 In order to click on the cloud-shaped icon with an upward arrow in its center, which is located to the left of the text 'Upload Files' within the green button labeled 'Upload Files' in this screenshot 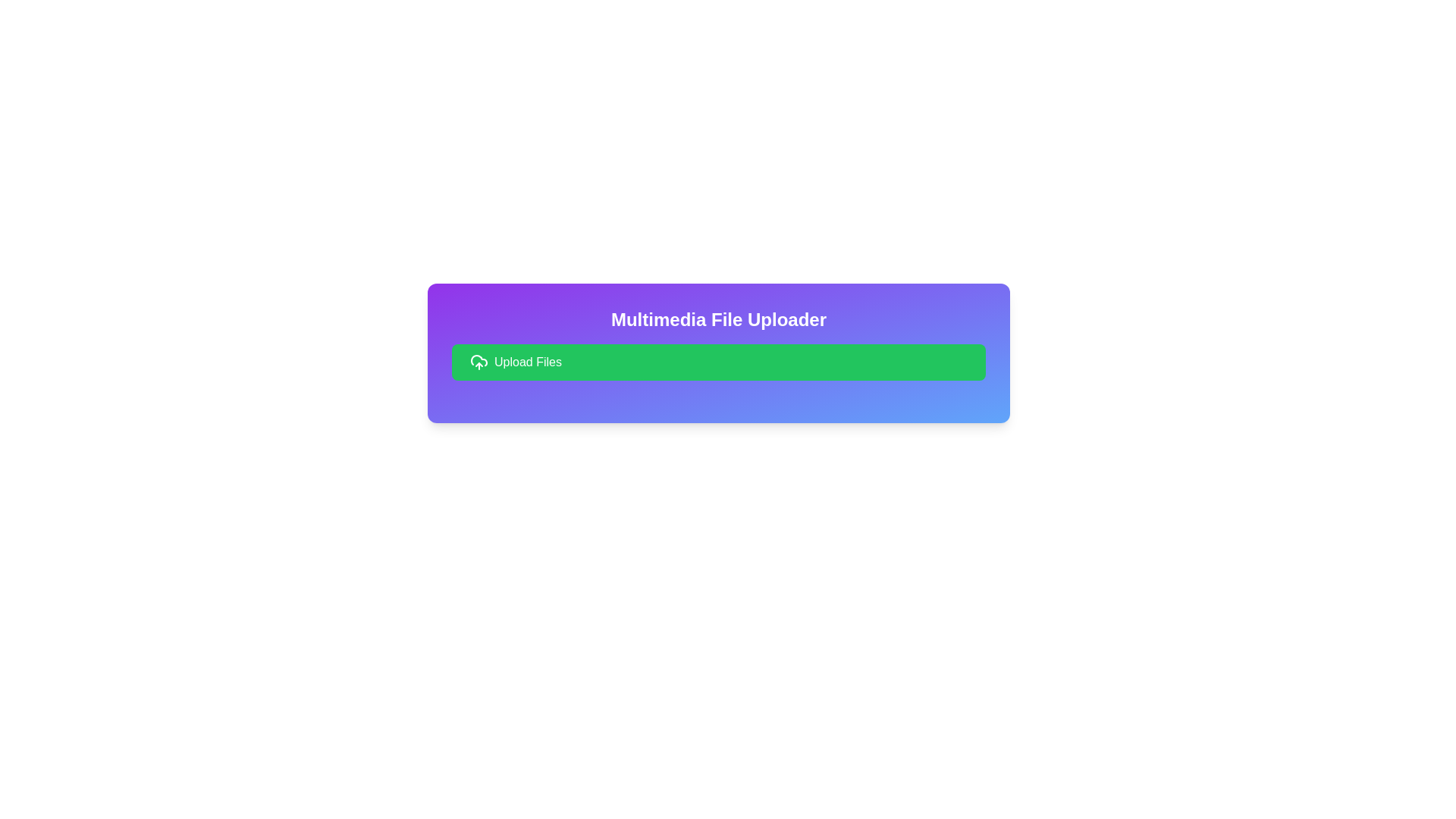, I will do `click(479, 362)`.